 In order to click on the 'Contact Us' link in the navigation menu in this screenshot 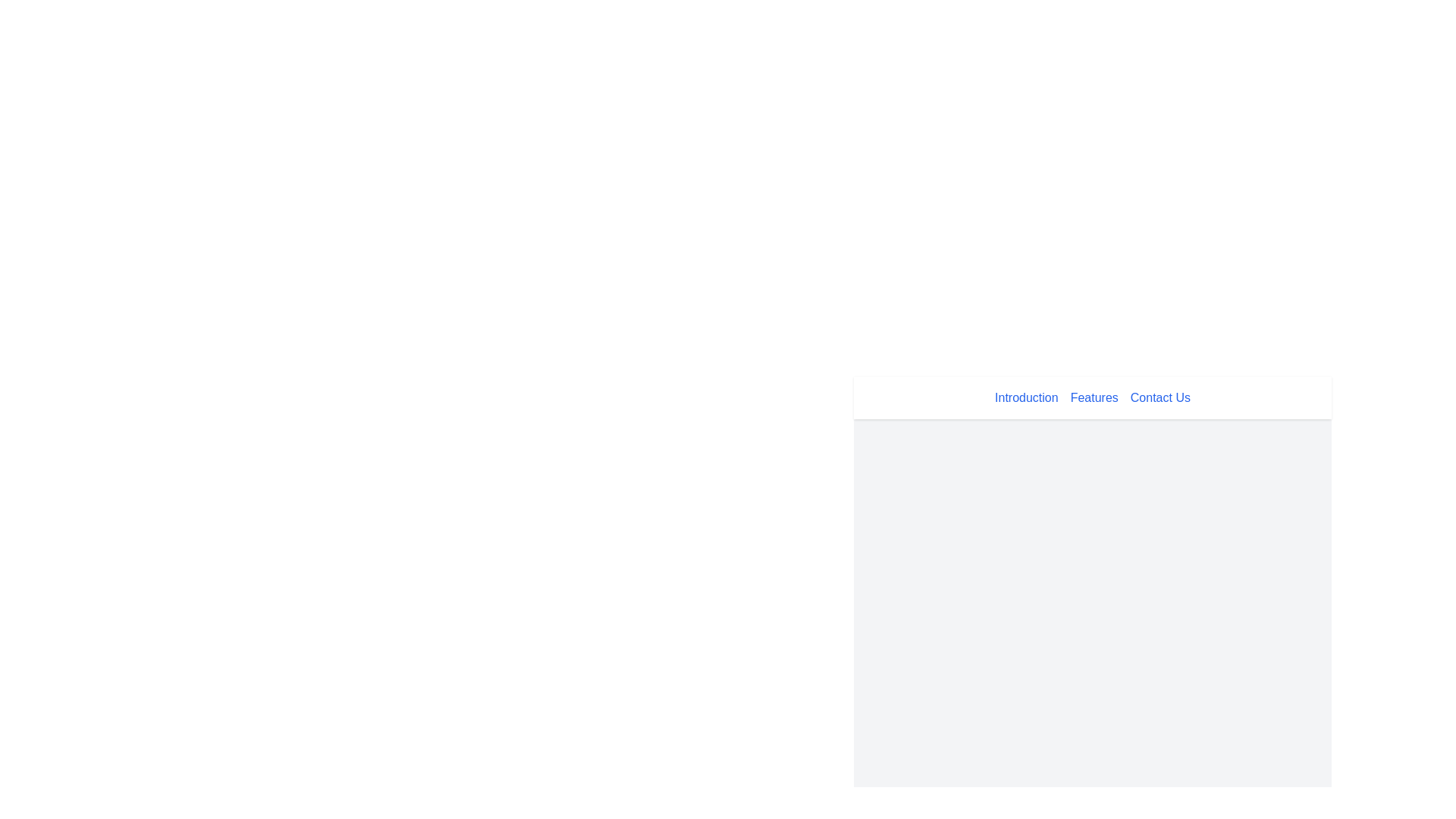, I will do `click(1159, 397)`.